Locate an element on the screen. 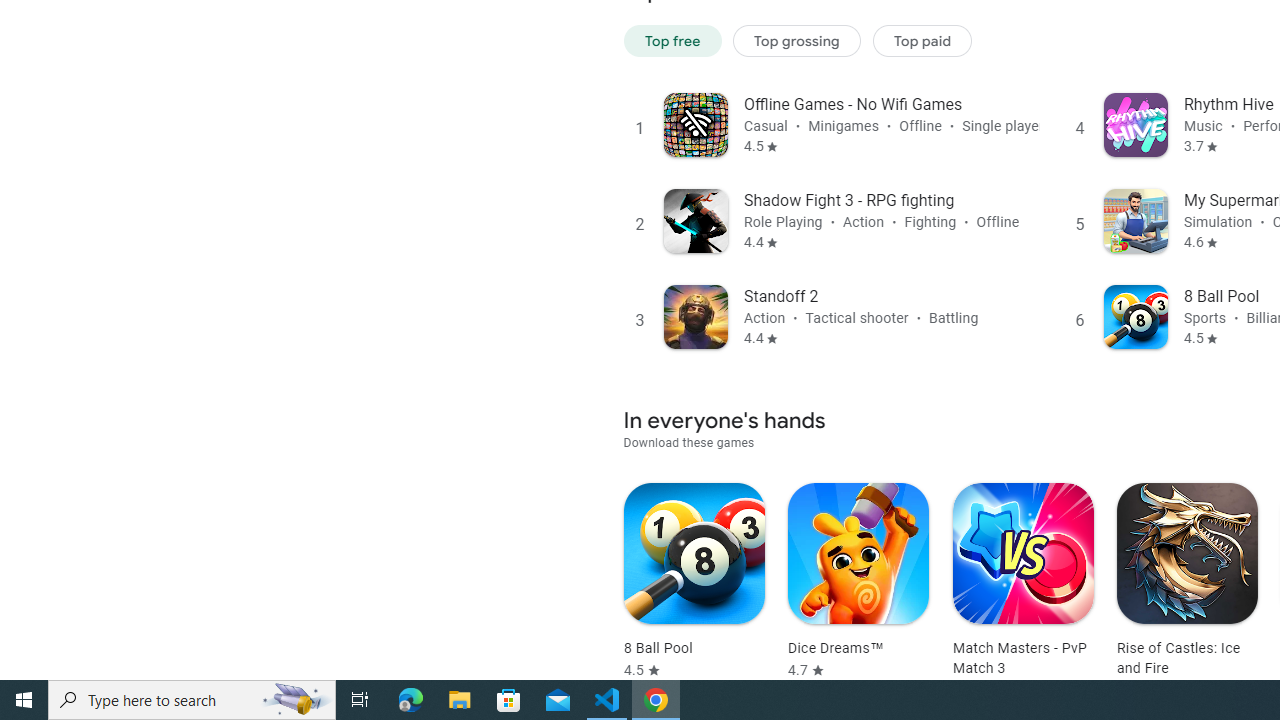 This screenshot has height=720, width=1280. 'Top grossing' is located at coordinates (796, 40).